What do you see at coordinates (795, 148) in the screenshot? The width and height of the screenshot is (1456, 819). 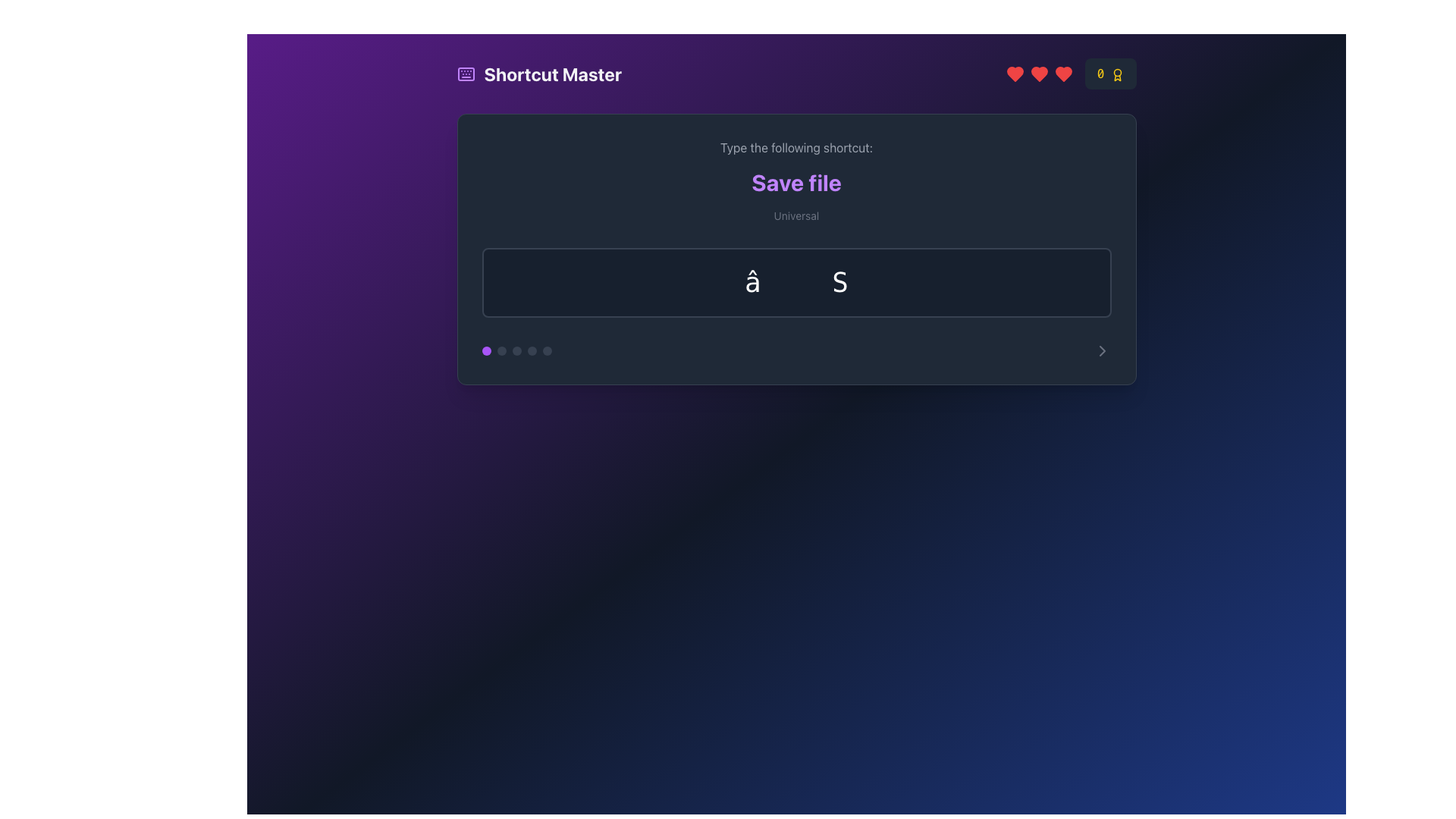 I see `the text label that reads 'Type the following shortcut:', which is positioned at the top center of the section above the 'Save file' header` at bounding box center [795, 148].